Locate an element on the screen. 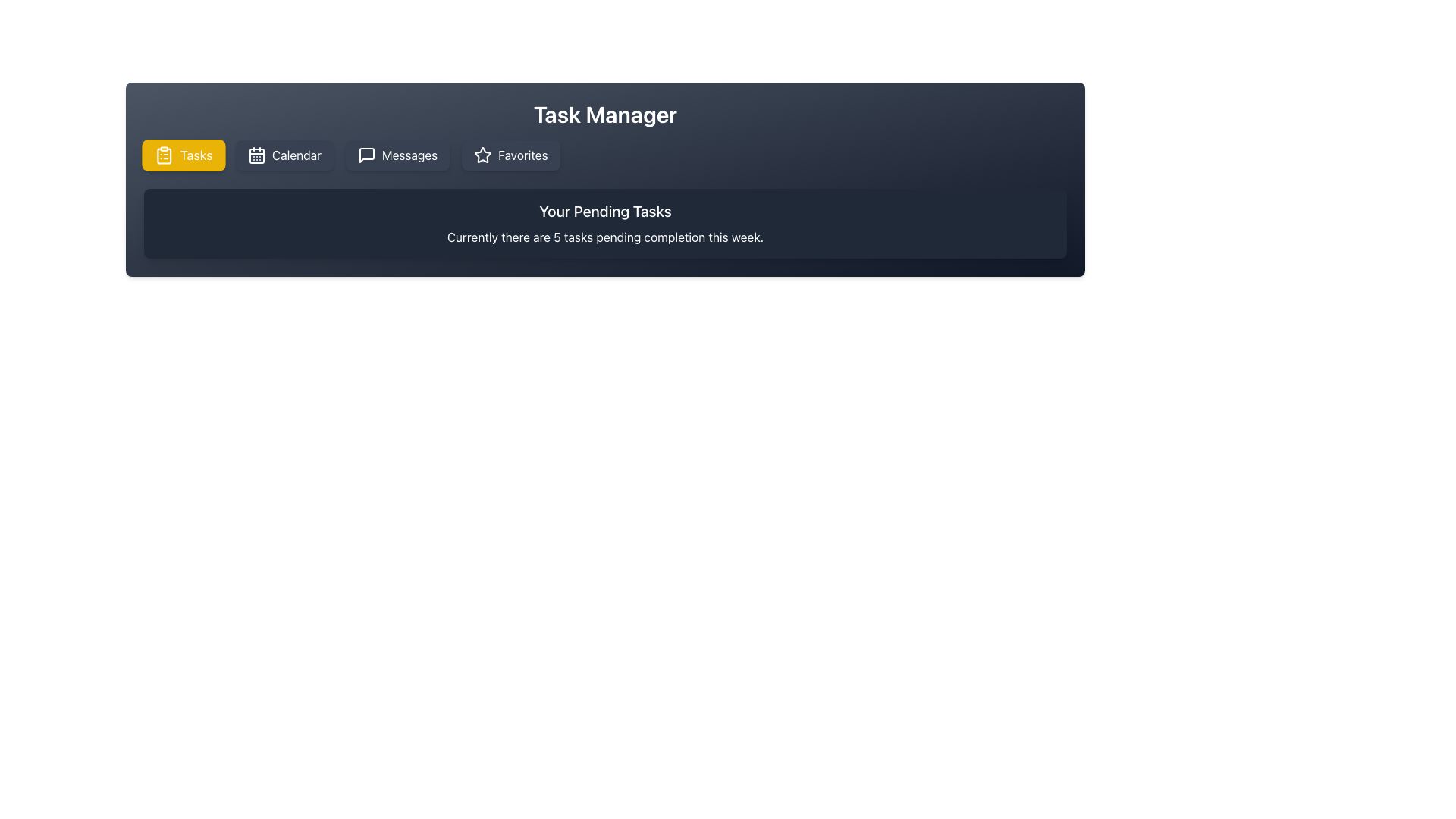 The image size is (1456, 819). the five-pointed star icon within the 'Favorites' button located in the menu bar at the top of the page is located at coordinates (482, 155).